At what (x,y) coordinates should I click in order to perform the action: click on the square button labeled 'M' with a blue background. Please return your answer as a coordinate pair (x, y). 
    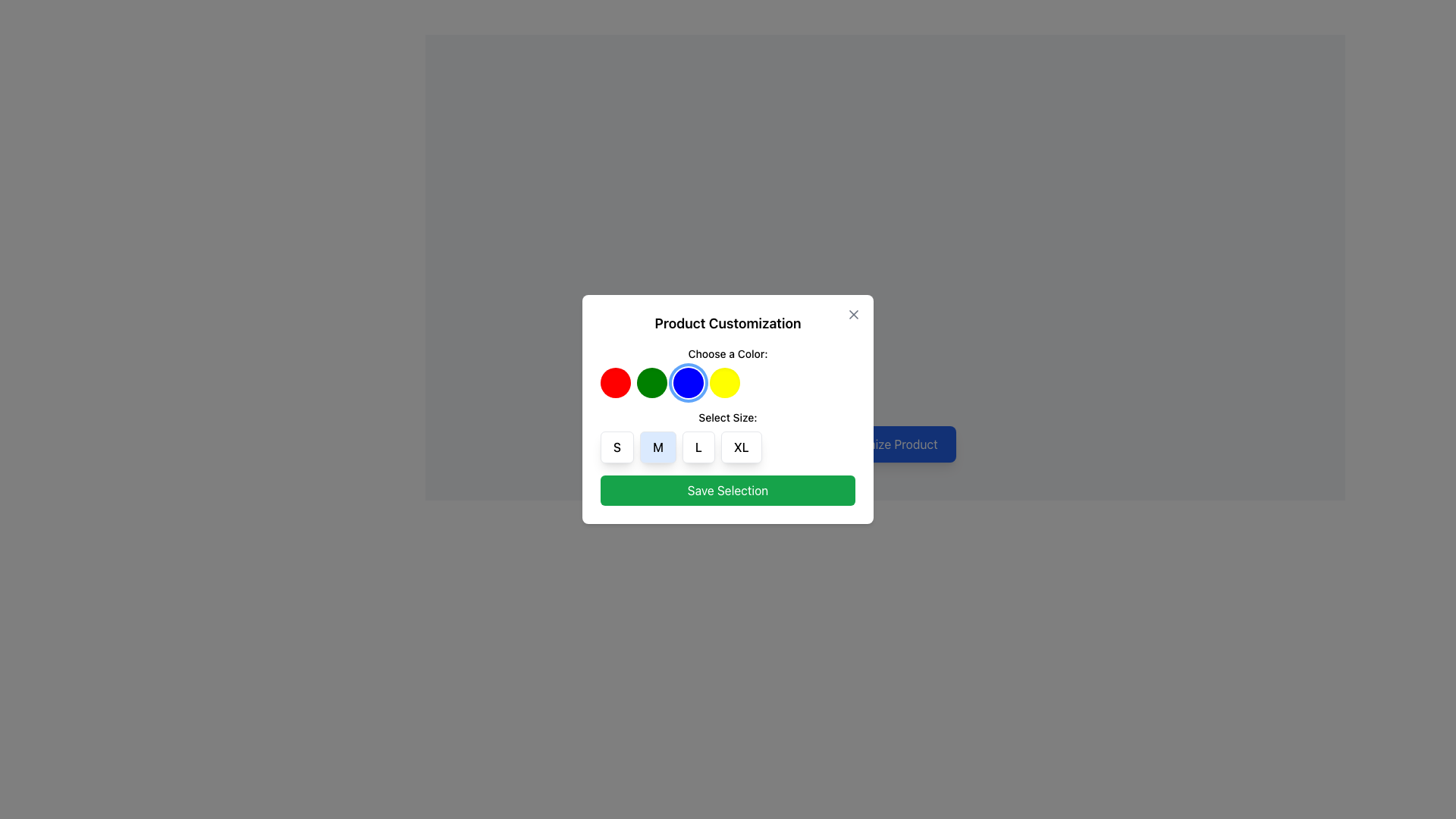
    Looking at the image, I should click on (658, 447).